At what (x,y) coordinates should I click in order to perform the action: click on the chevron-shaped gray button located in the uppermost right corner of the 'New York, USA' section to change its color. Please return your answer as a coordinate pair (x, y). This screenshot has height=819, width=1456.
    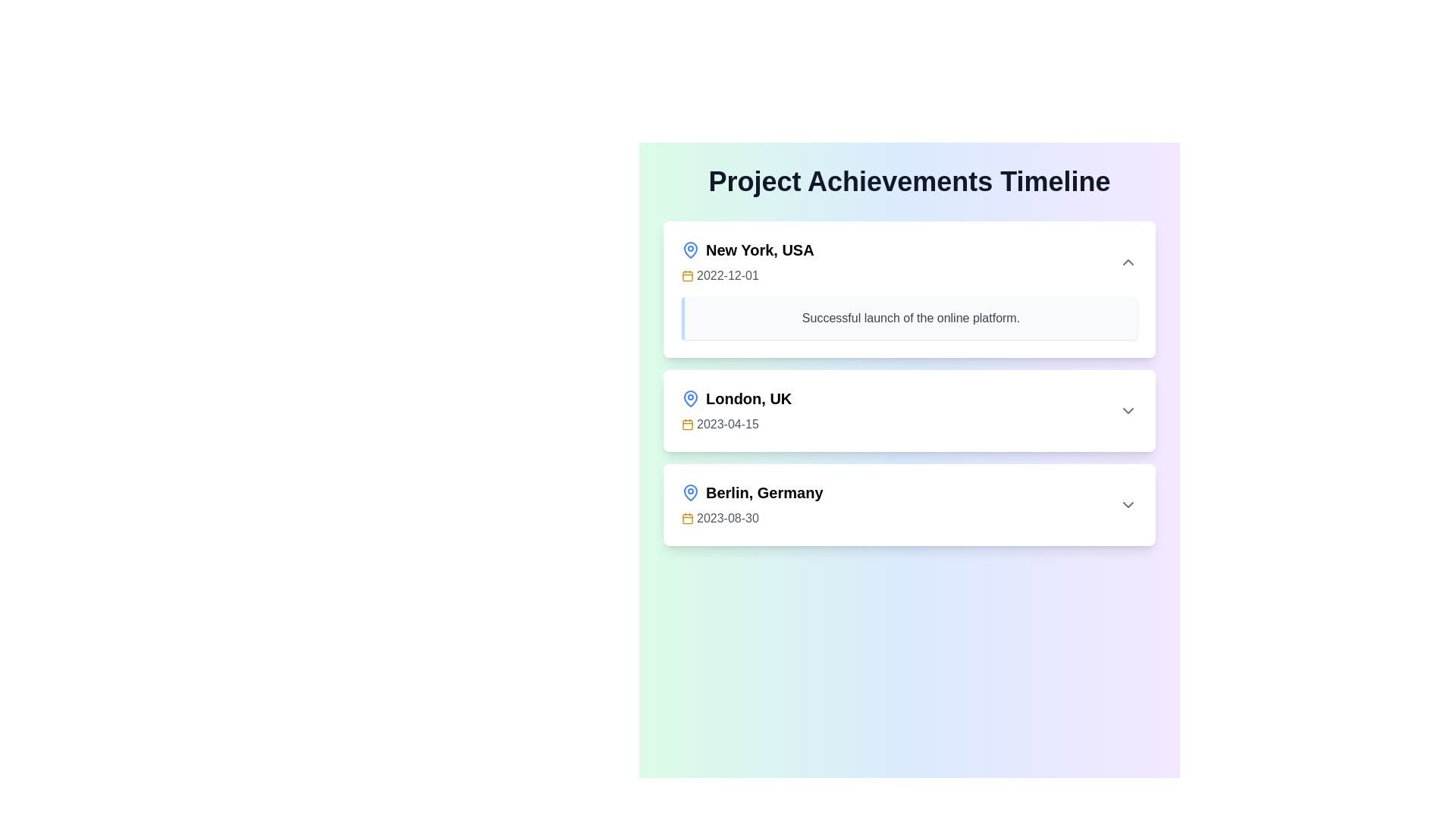
    Looking at the image, I should click on (1128, 262).